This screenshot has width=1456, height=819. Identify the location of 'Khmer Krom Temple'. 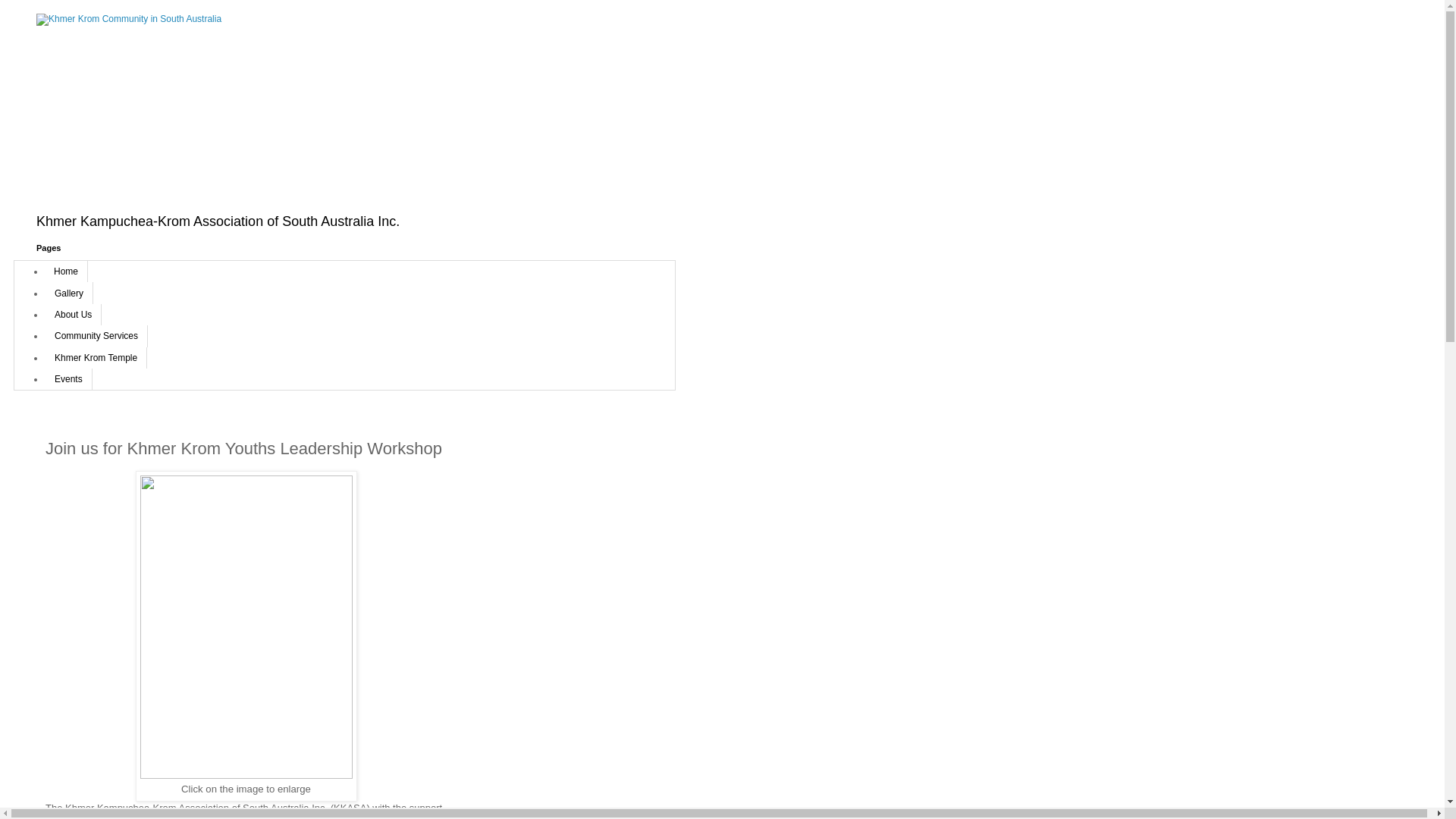
(95, 357).